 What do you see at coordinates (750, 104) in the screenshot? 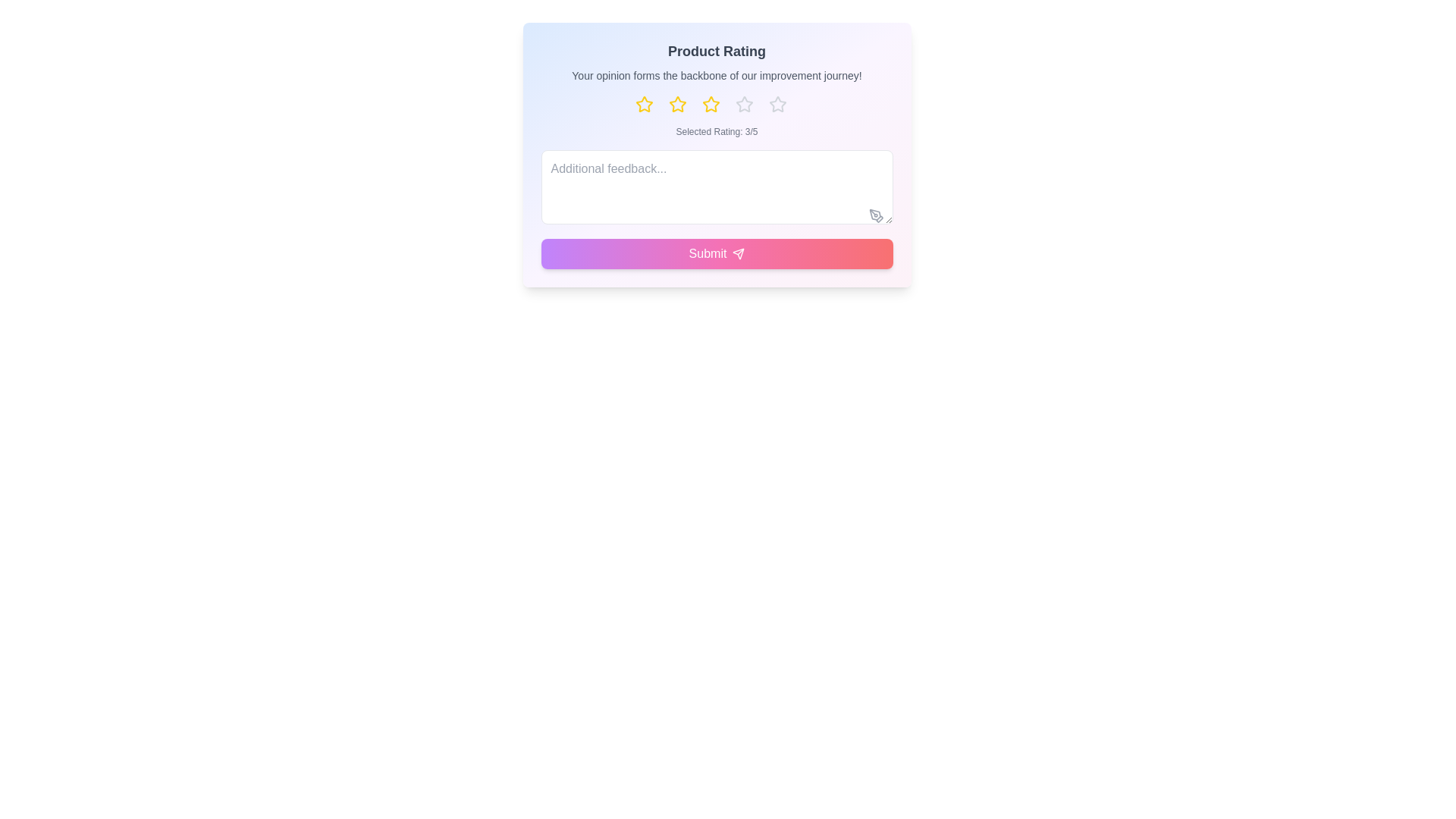
I see `the star rating button corresponding to 4 stars to observe the hover effect` at bounding box center [750, 104].